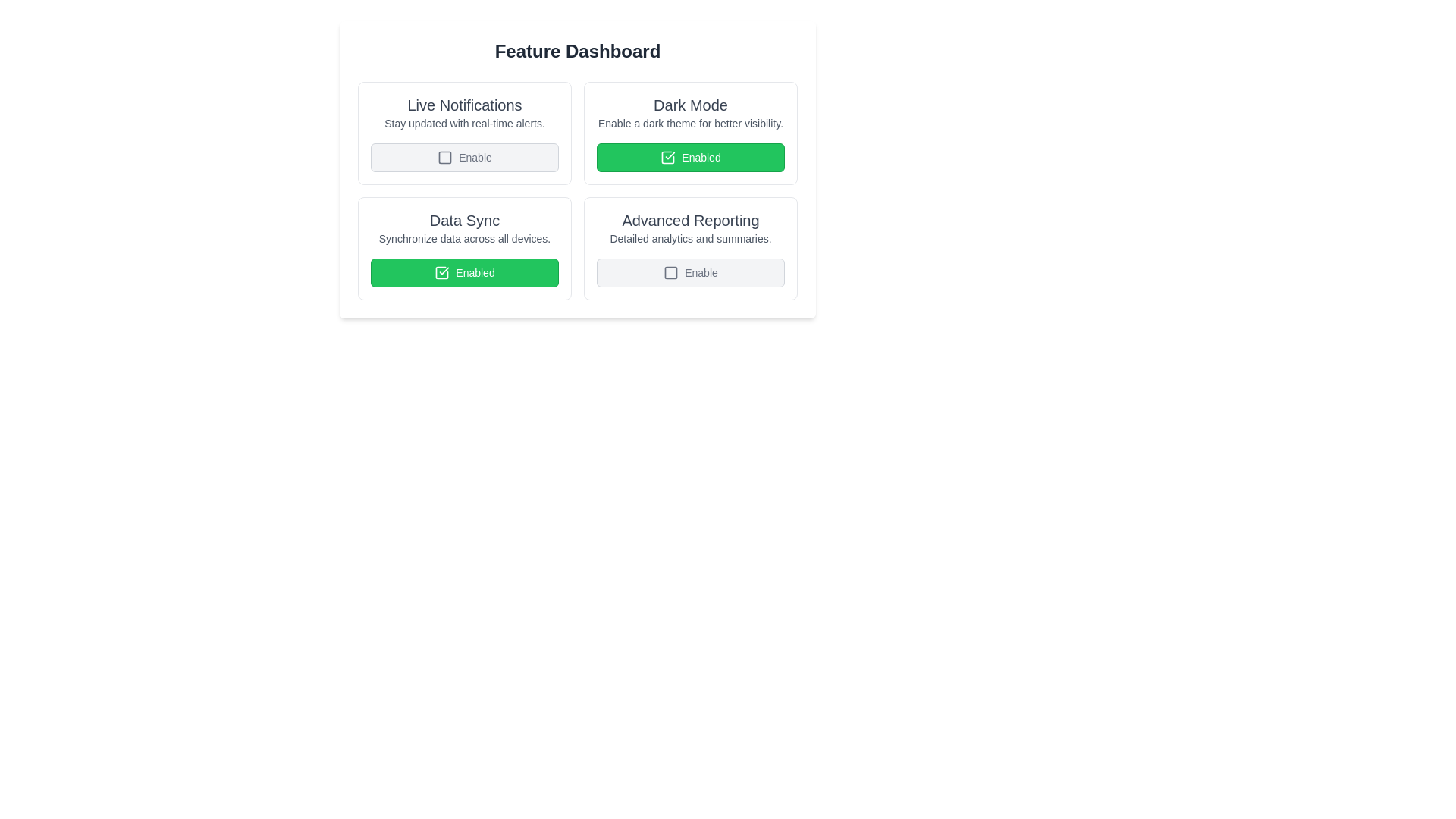 The image size is (1456, 819). I want to click on the 'Enable' checkbox located in the 'Live Notifications' section of the Feature Dashboard, so click(464, 158).